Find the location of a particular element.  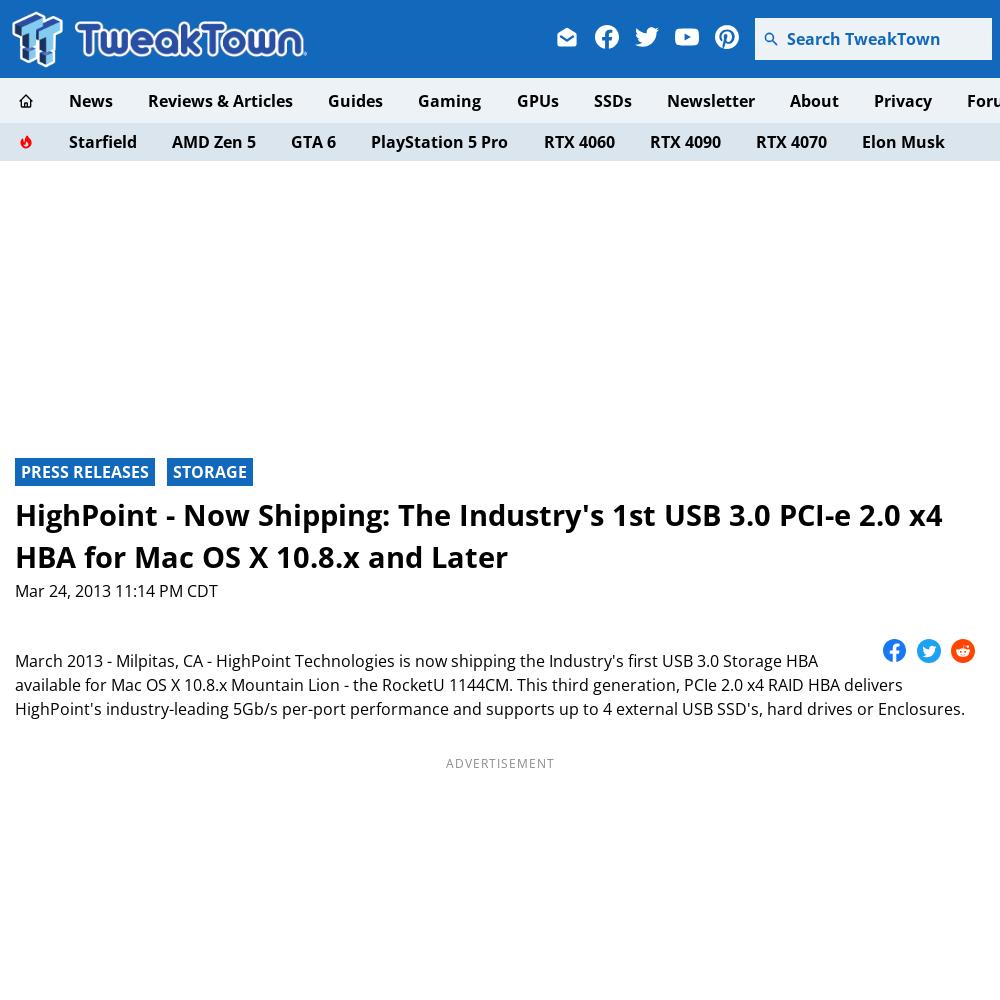

'Mar 24, 2013 11:14 PM CDT' is located at coordinates (115, 590).